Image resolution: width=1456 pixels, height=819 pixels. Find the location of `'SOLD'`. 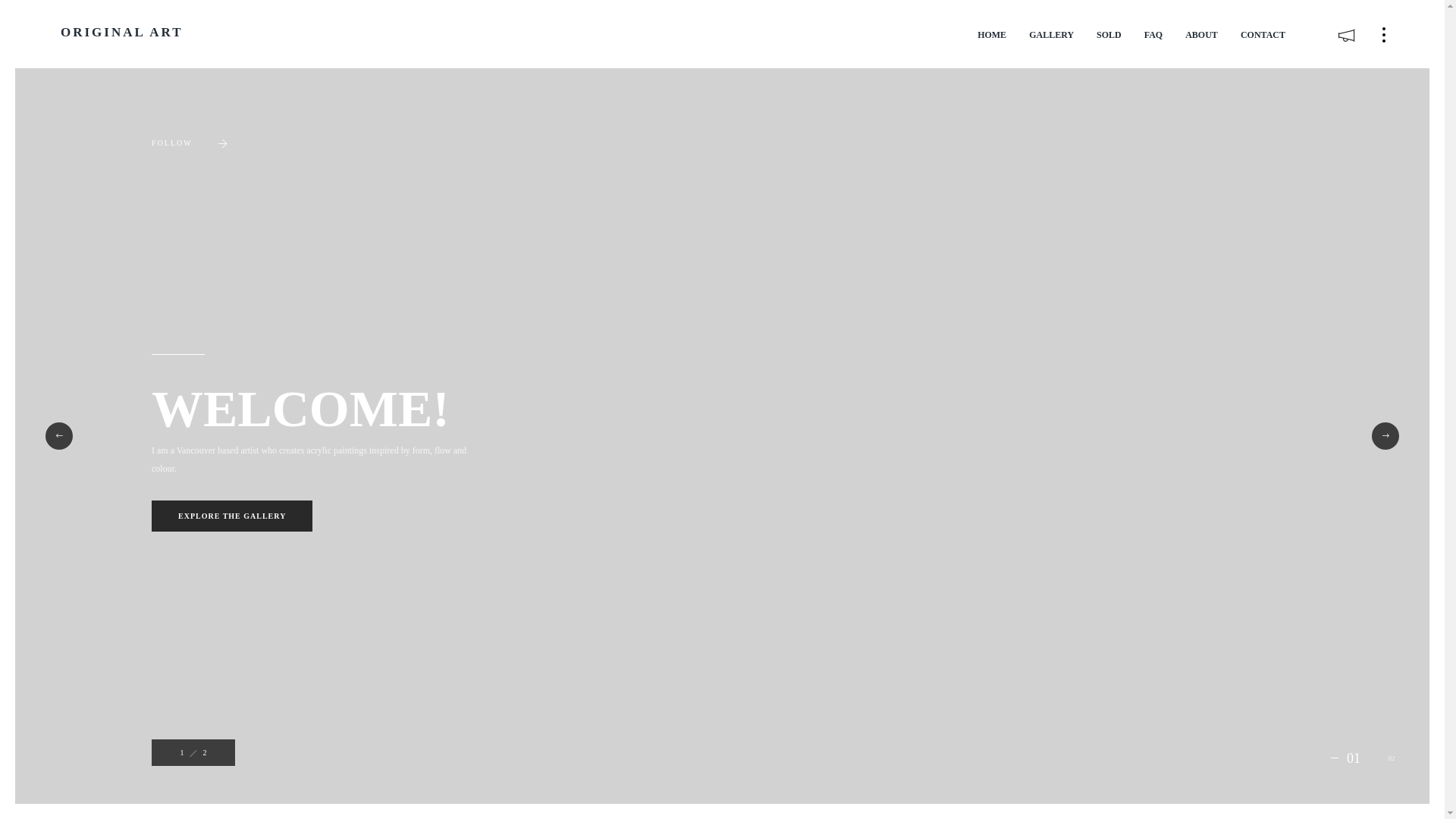

'SOLD' is located at coordinates (1109, 34).